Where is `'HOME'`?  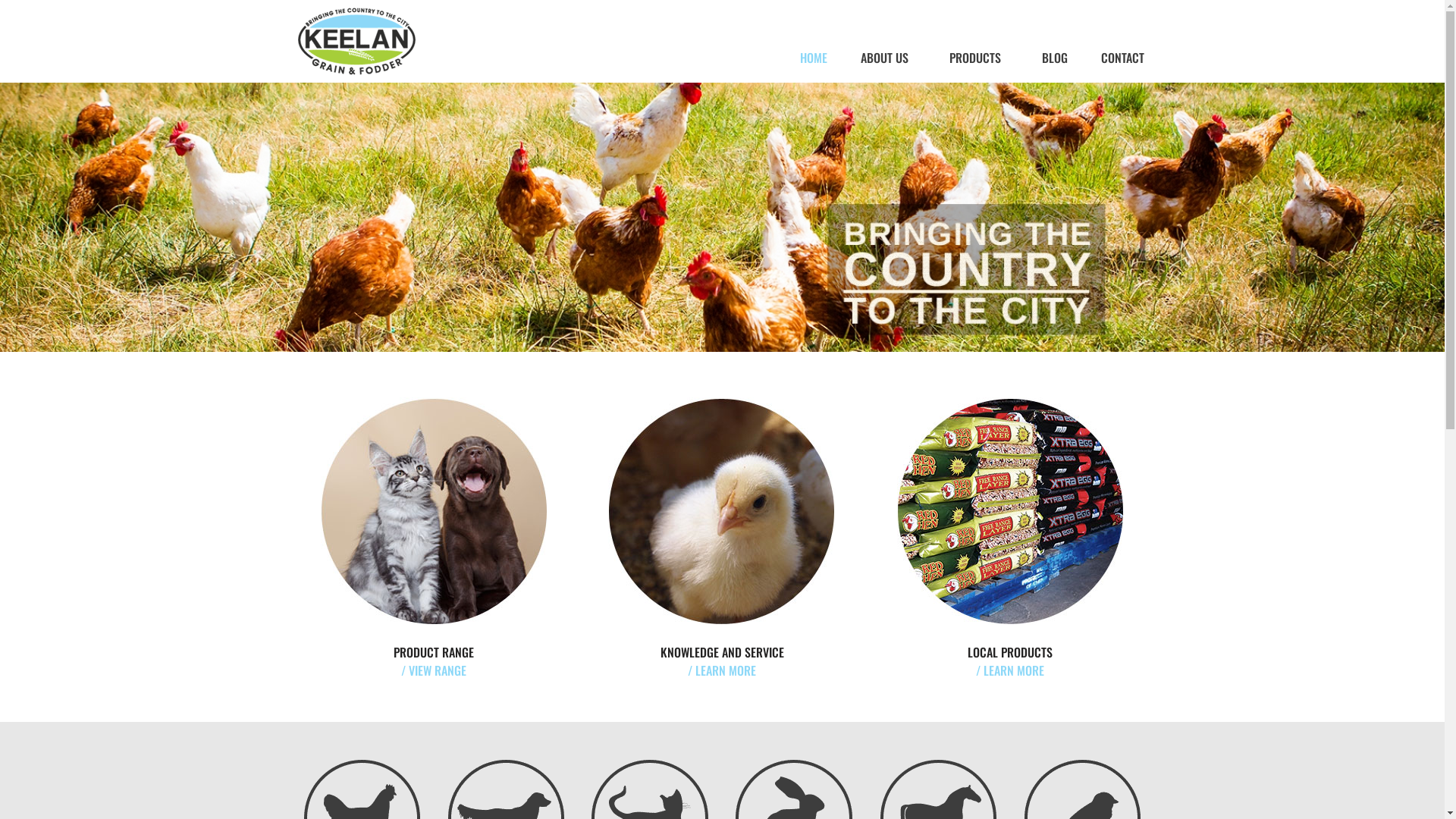 'HOME' is located at coordinates (799, 57).